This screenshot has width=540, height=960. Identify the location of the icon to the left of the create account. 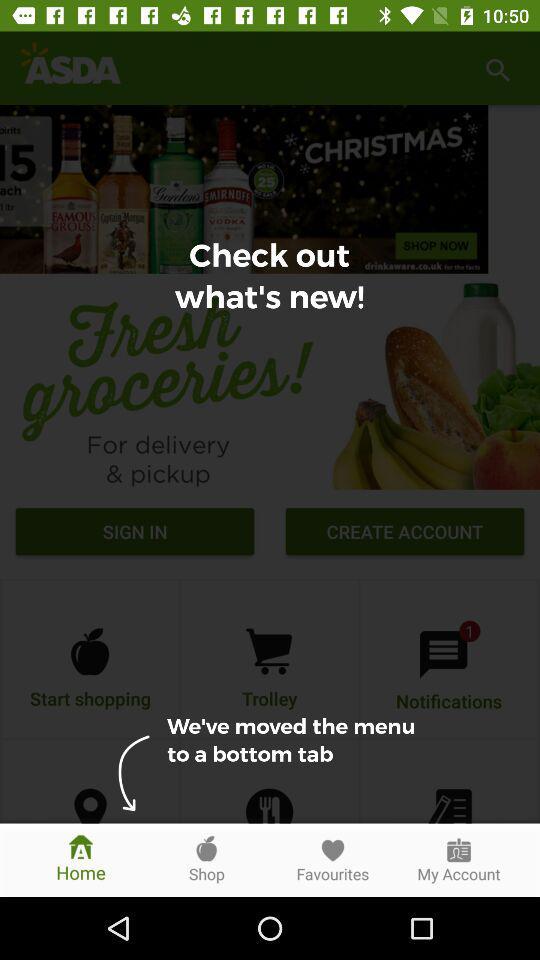
(135, 533).